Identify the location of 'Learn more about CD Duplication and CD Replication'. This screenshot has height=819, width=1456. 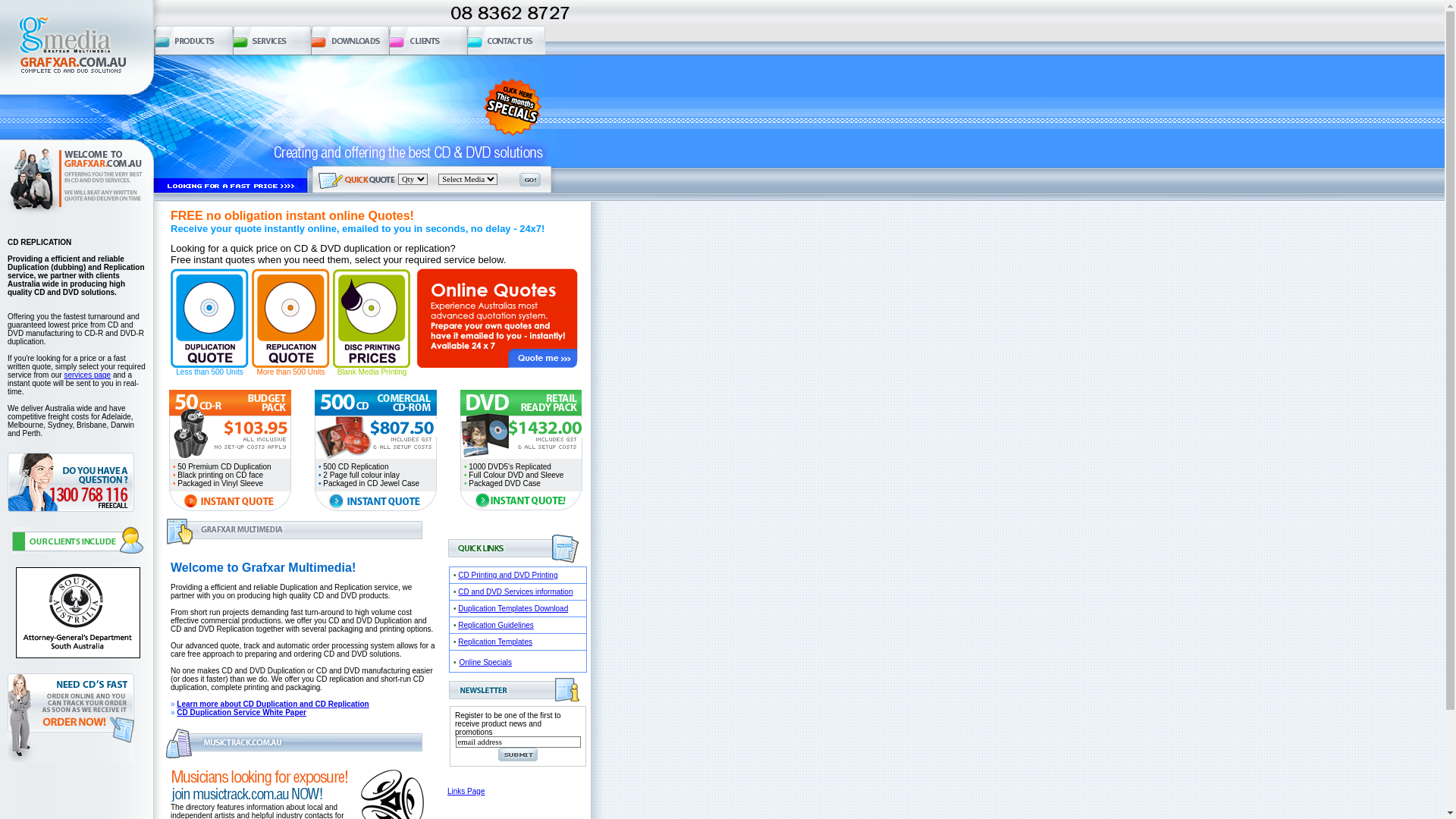
(272, 704).